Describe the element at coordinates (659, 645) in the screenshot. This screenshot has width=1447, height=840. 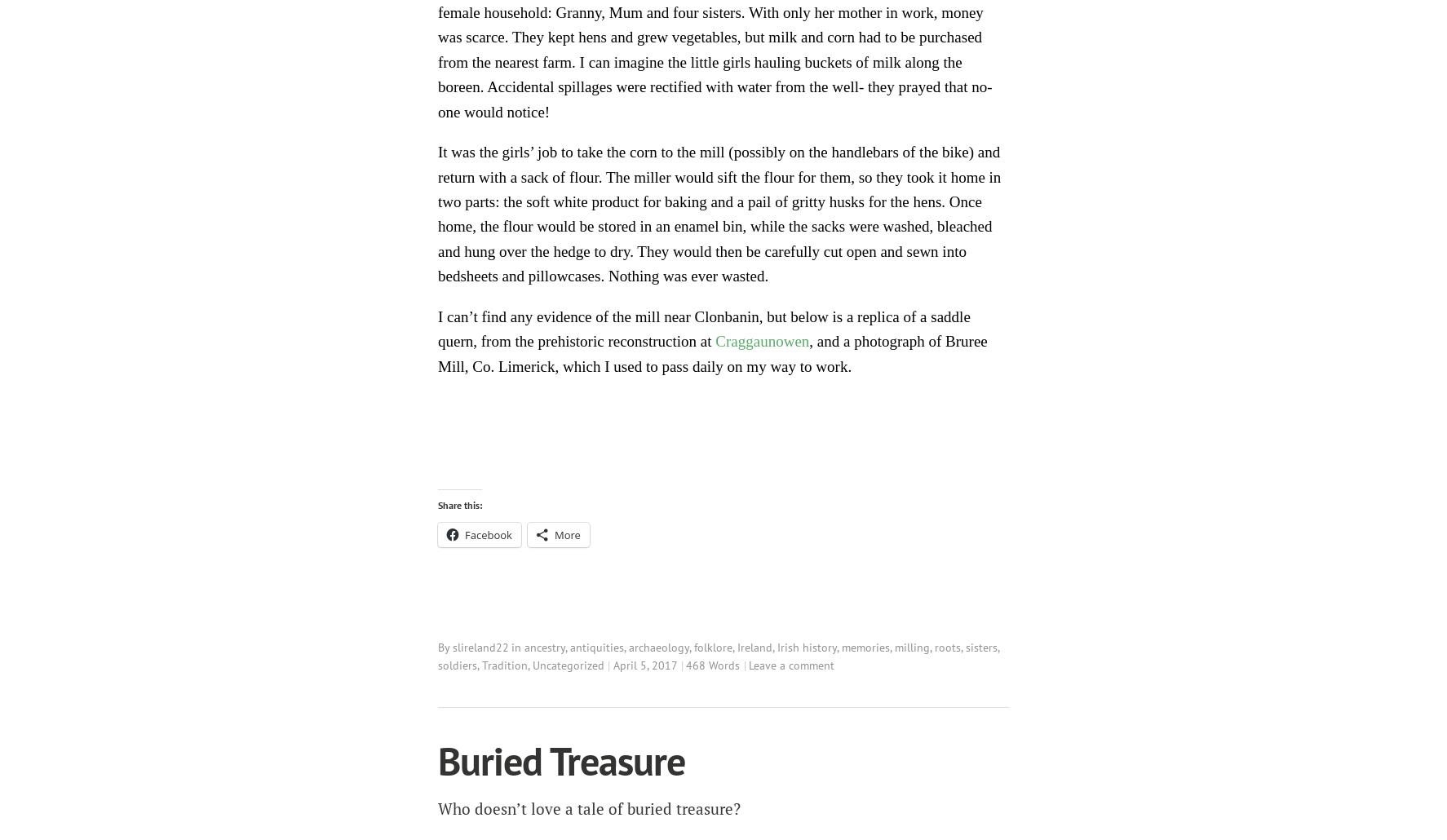
I see `'archaeology'` at that location.